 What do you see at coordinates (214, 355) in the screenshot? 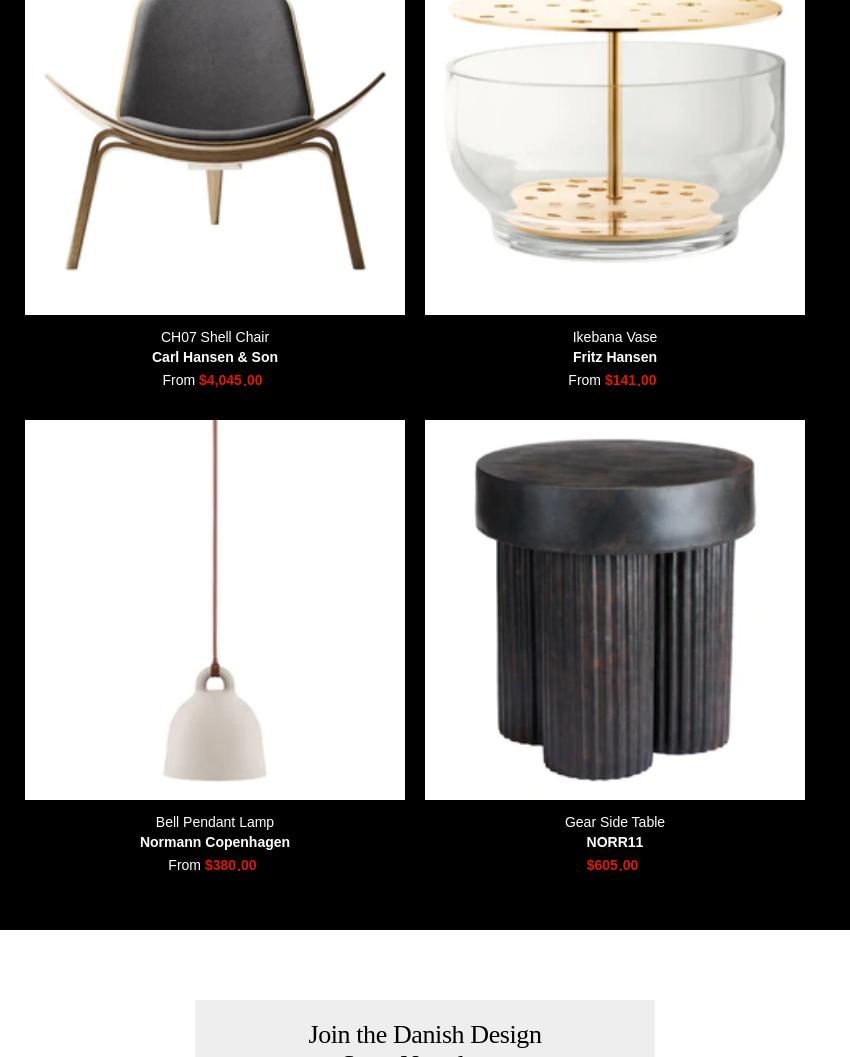
I see `'Carl Hansen & Son'` at bounding box center [214, 355].